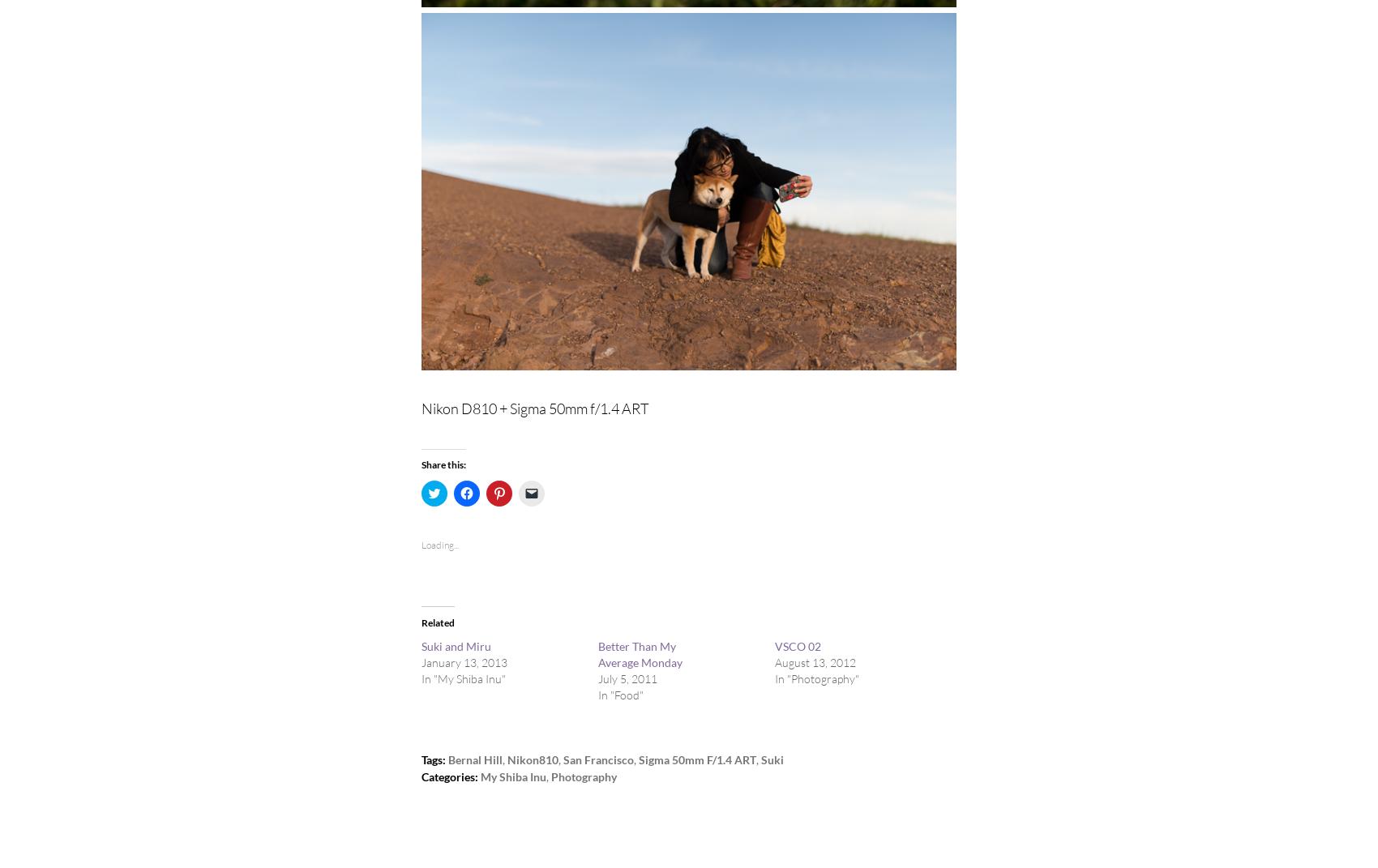 The height and width of the screenshot is (868, 1378). Describe the element at coordinates (439, 543) in the screenshot. I see `'Loading...'` at that location.